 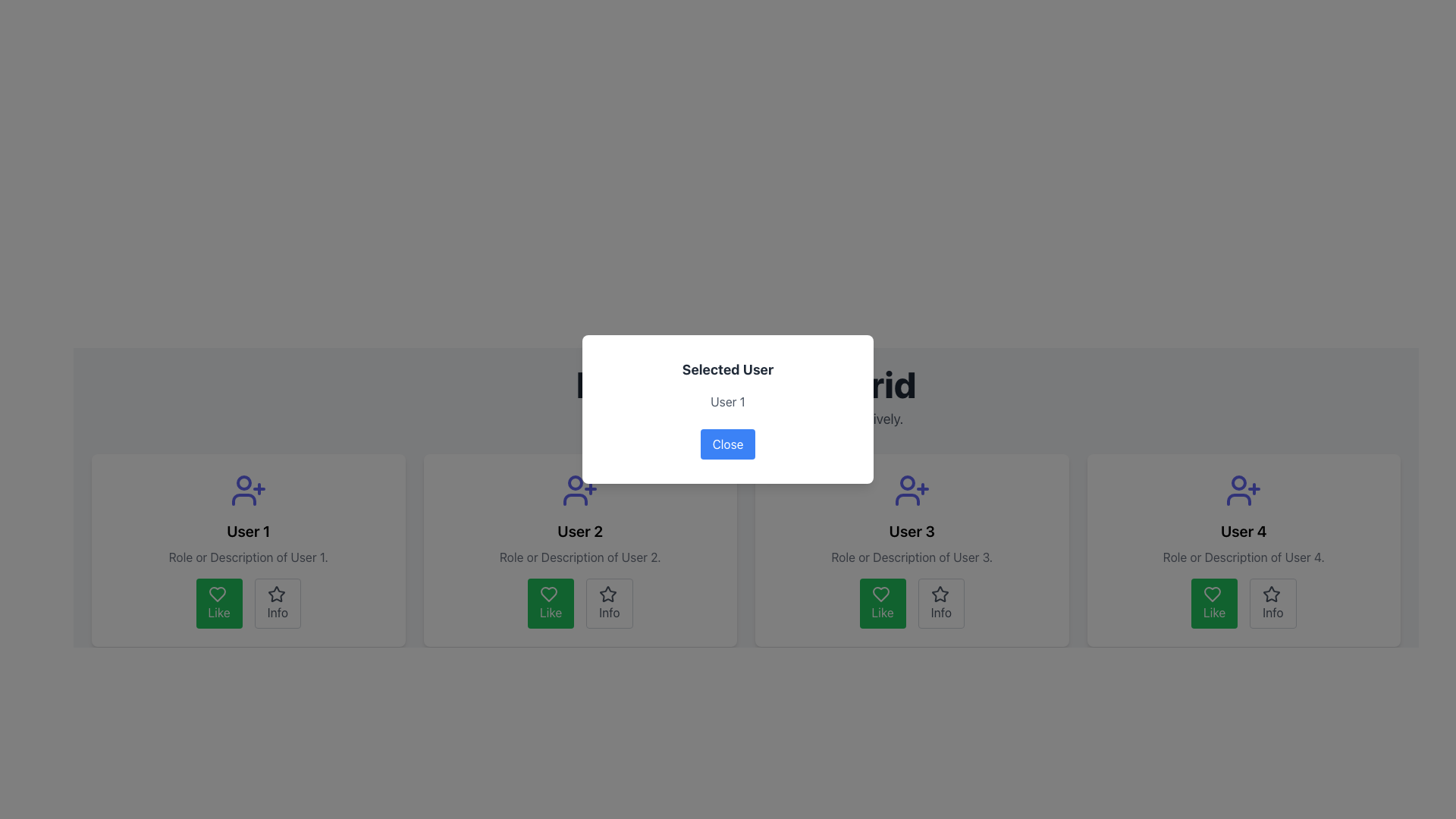 I want to click on the star-shaped icon button outlined with a dark stroke located in the card for 'User 4', so click(x=1272, y=593).